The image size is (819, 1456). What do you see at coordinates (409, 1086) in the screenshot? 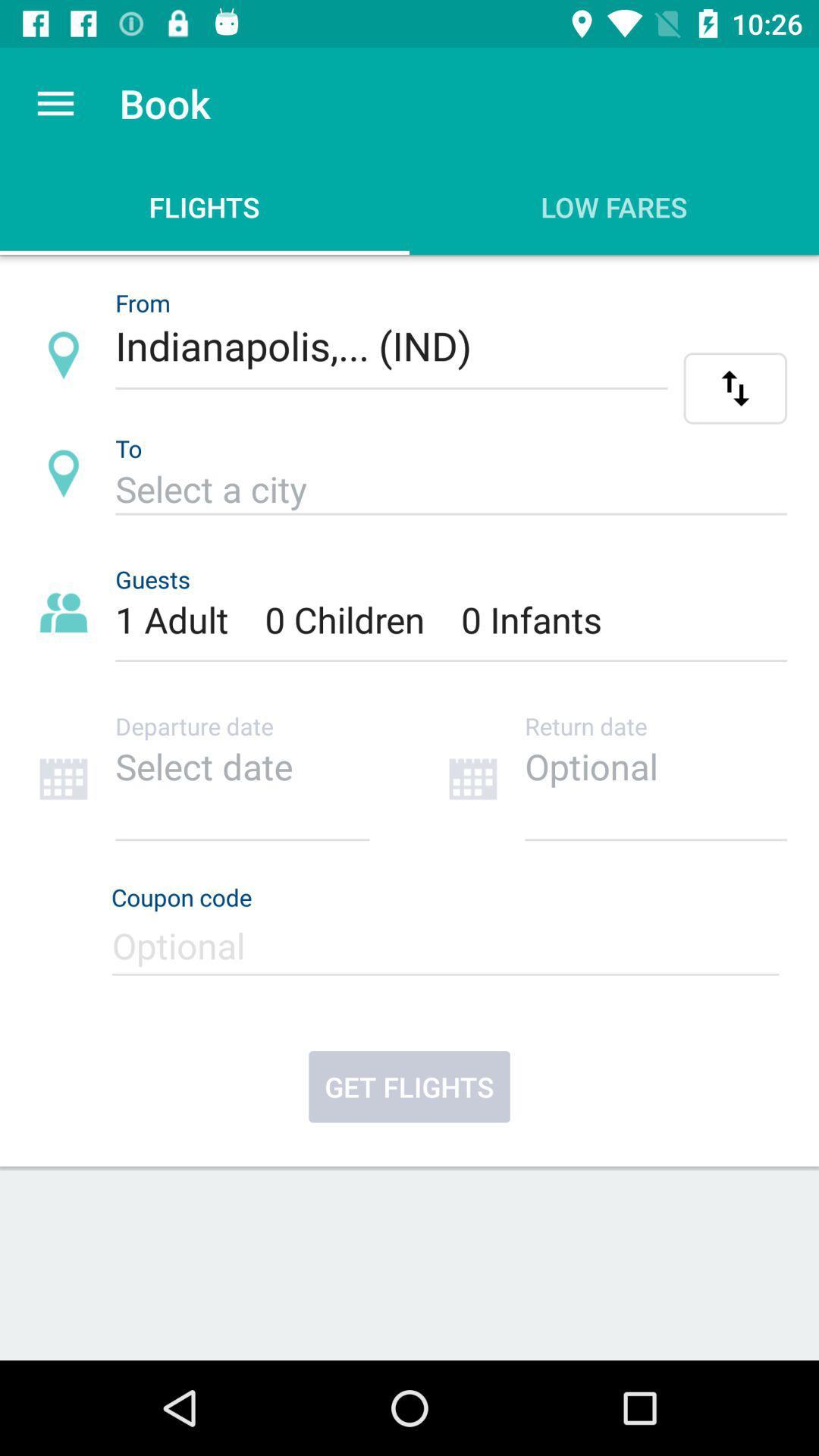
I see `get flights` at bounding box center [409, 1086].